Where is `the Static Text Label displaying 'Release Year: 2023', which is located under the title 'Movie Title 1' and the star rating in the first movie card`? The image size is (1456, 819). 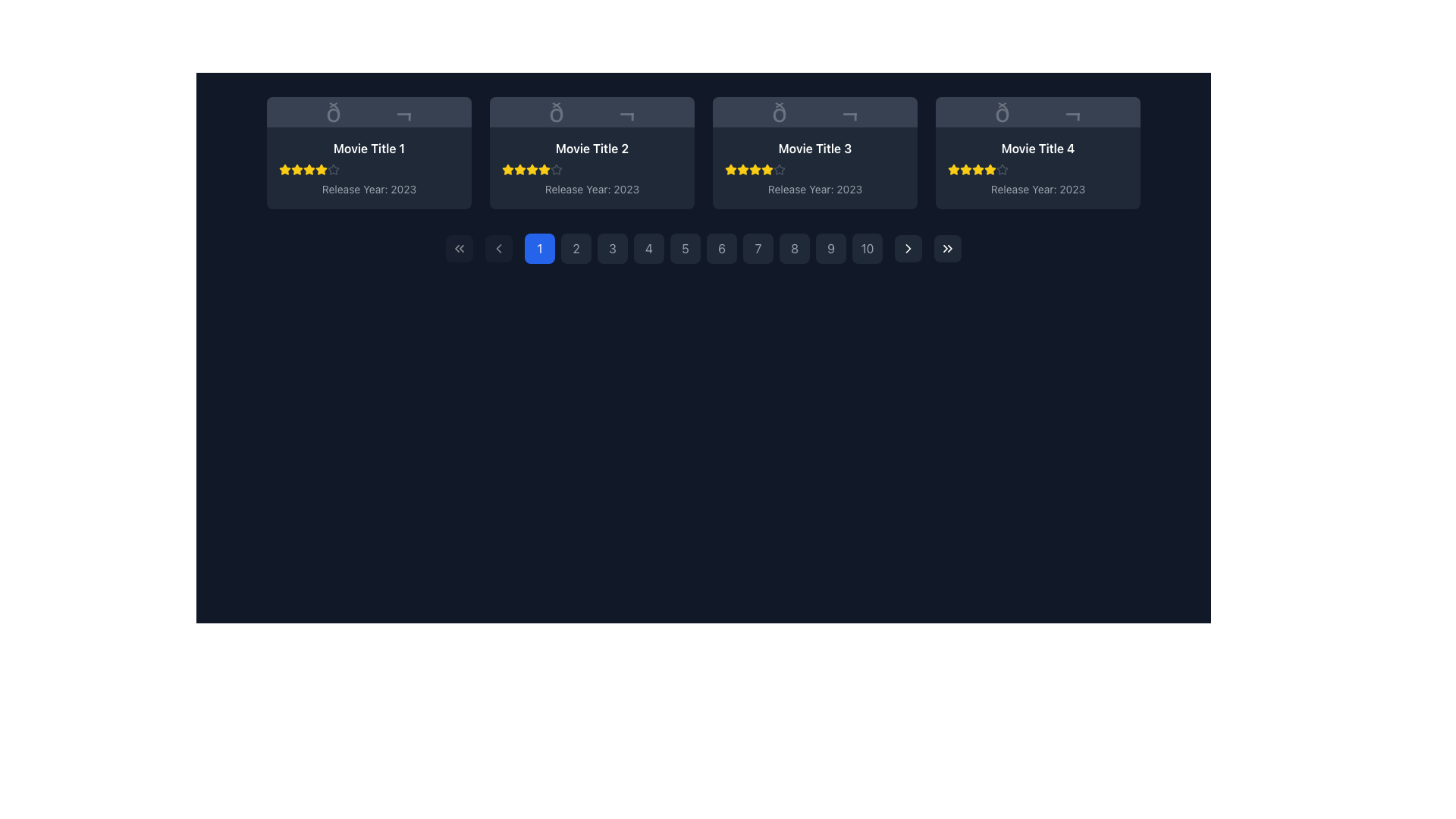 the Static Text Label displaying 'Release Year: 2023', which is located under the title 'Movie Title 1' and the star rating in the first movie card is located at coordinates (369, 189).